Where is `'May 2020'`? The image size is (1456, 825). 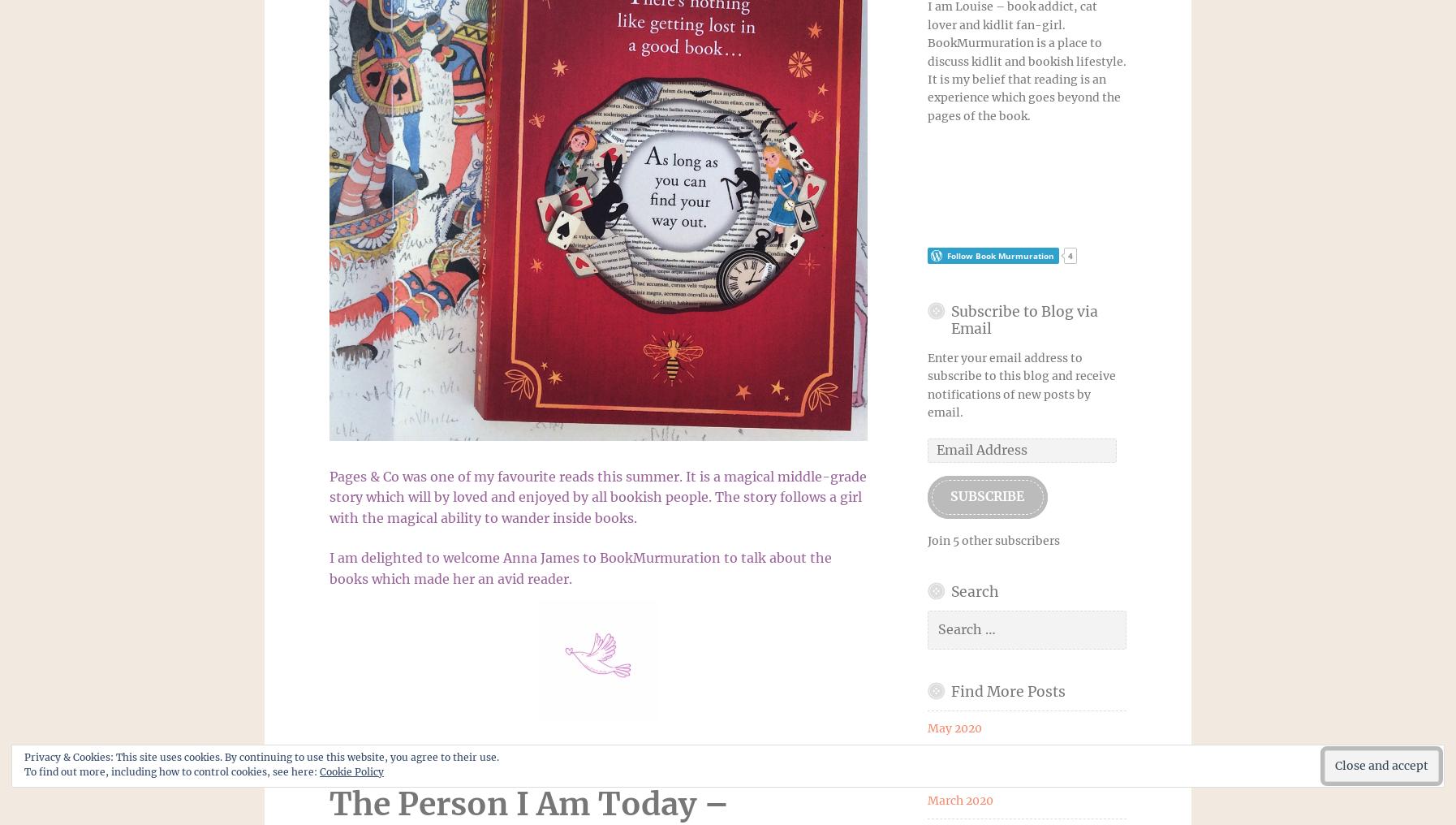 'May 2020' is located at coordinates (953, 728).